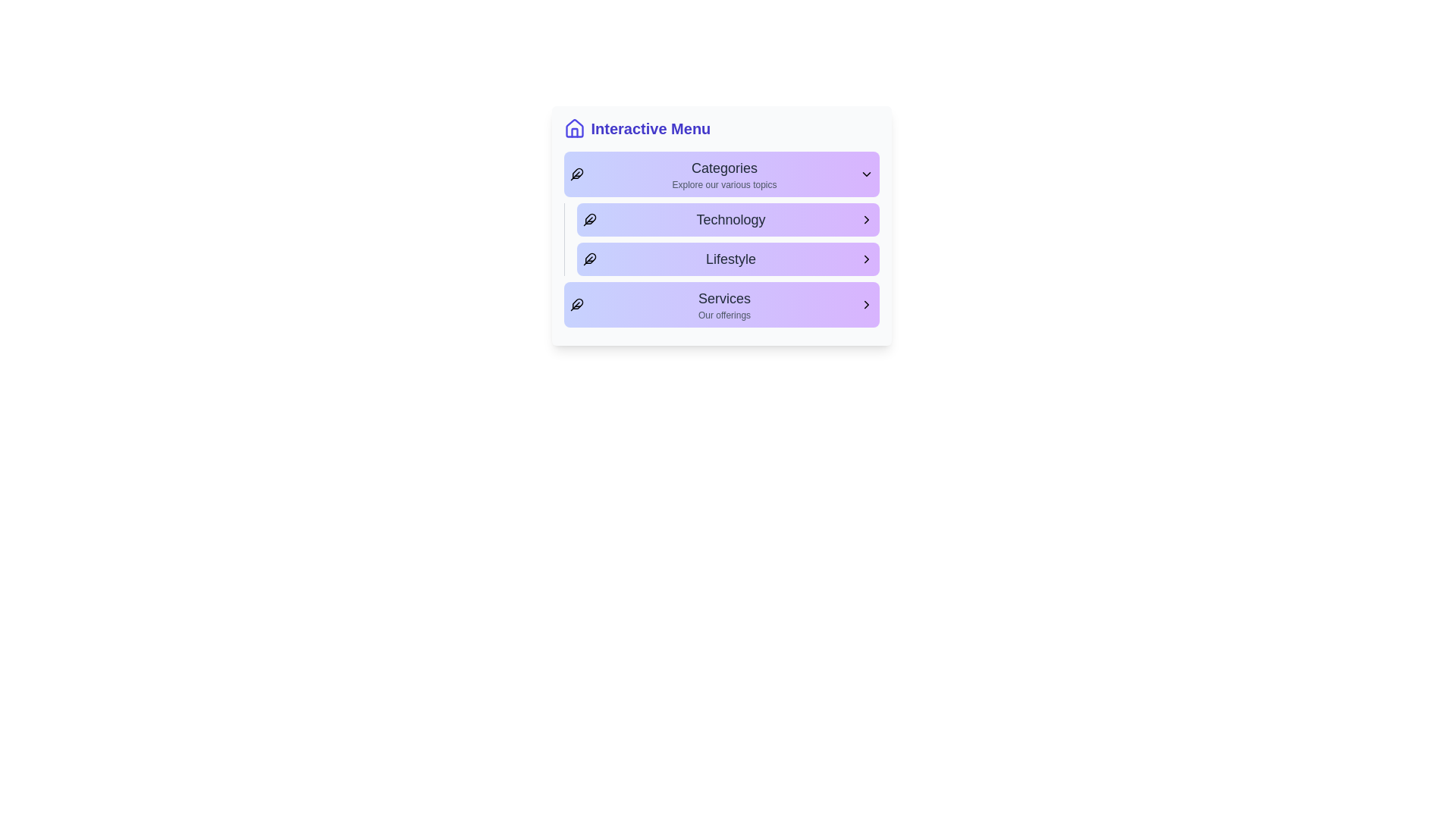 This screenshot has height=819, width=1456. Describe the element at coordinates (723, 304) in the screenshot. I see `the 'Services' text label, which is part of the fourth interactive option in the 'Interactive Menu', located below the 'Lifestyle' section` at that location.